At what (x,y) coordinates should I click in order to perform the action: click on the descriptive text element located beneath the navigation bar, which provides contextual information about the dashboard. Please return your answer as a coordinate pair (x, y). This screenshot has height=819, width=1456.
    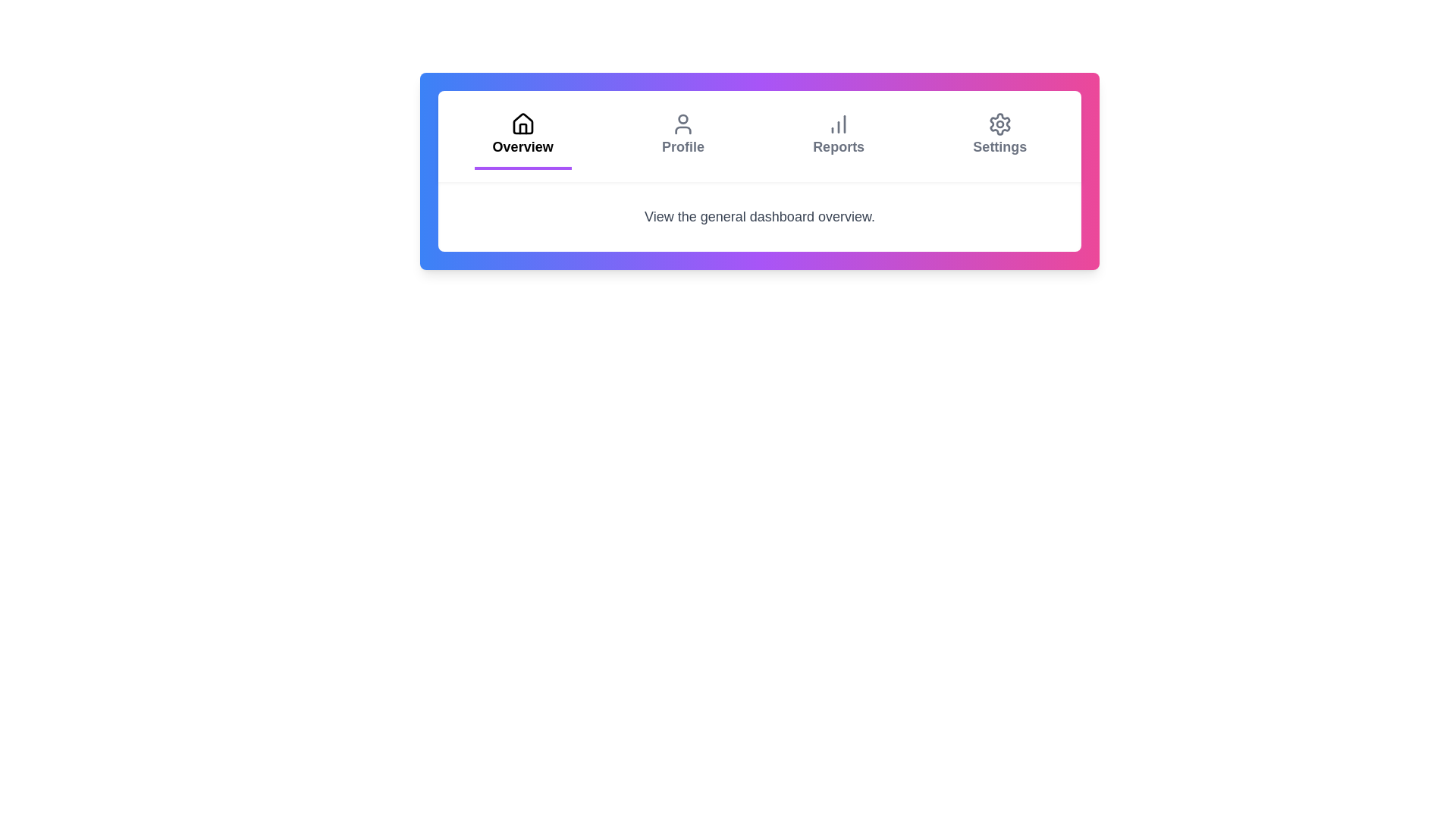
    Looking at the image, I should click on (760, 216).